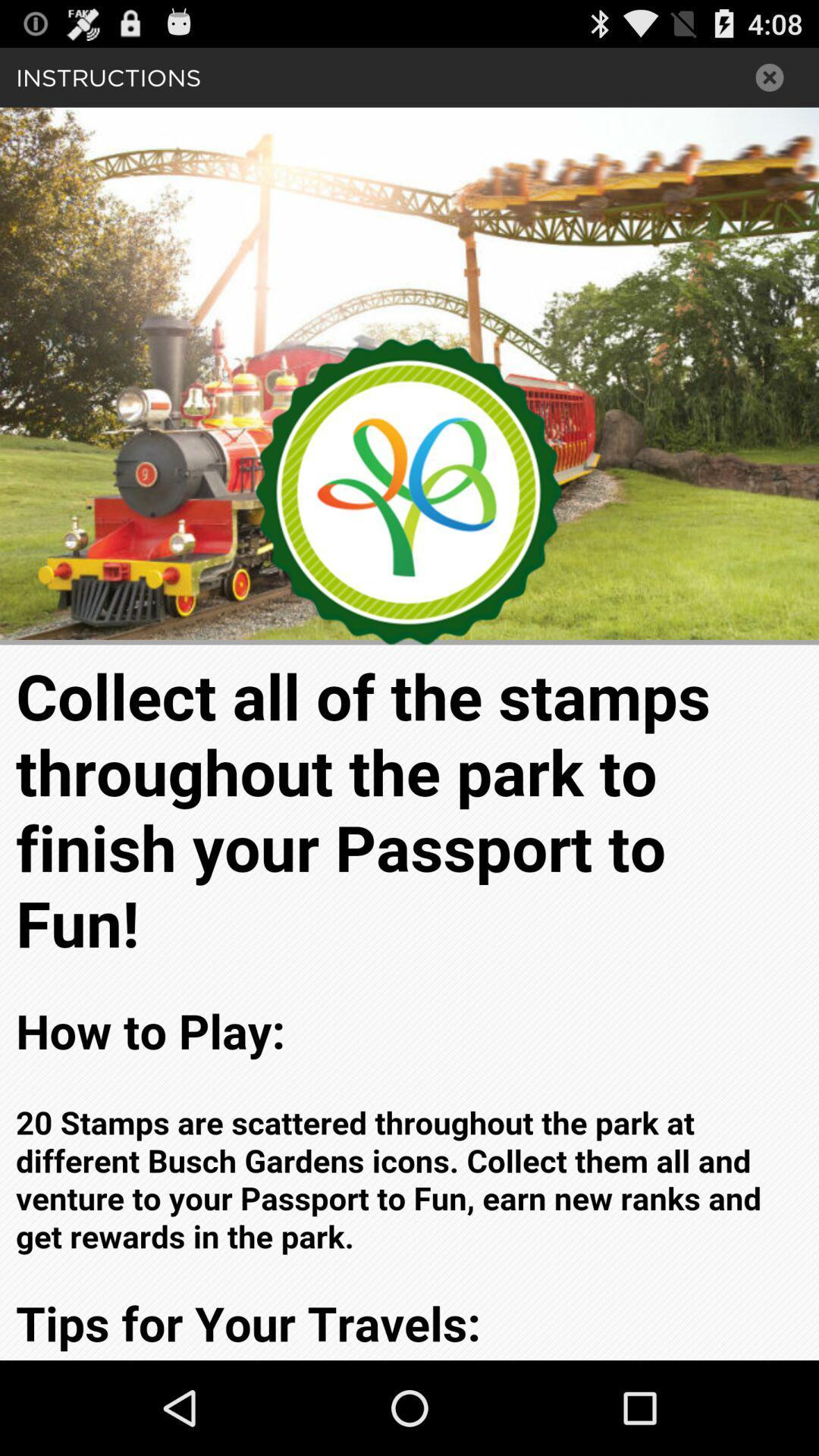  What do you see at coordinates (770, 77) in the screenshot?
I see `x` at bounding box center [770, 77].